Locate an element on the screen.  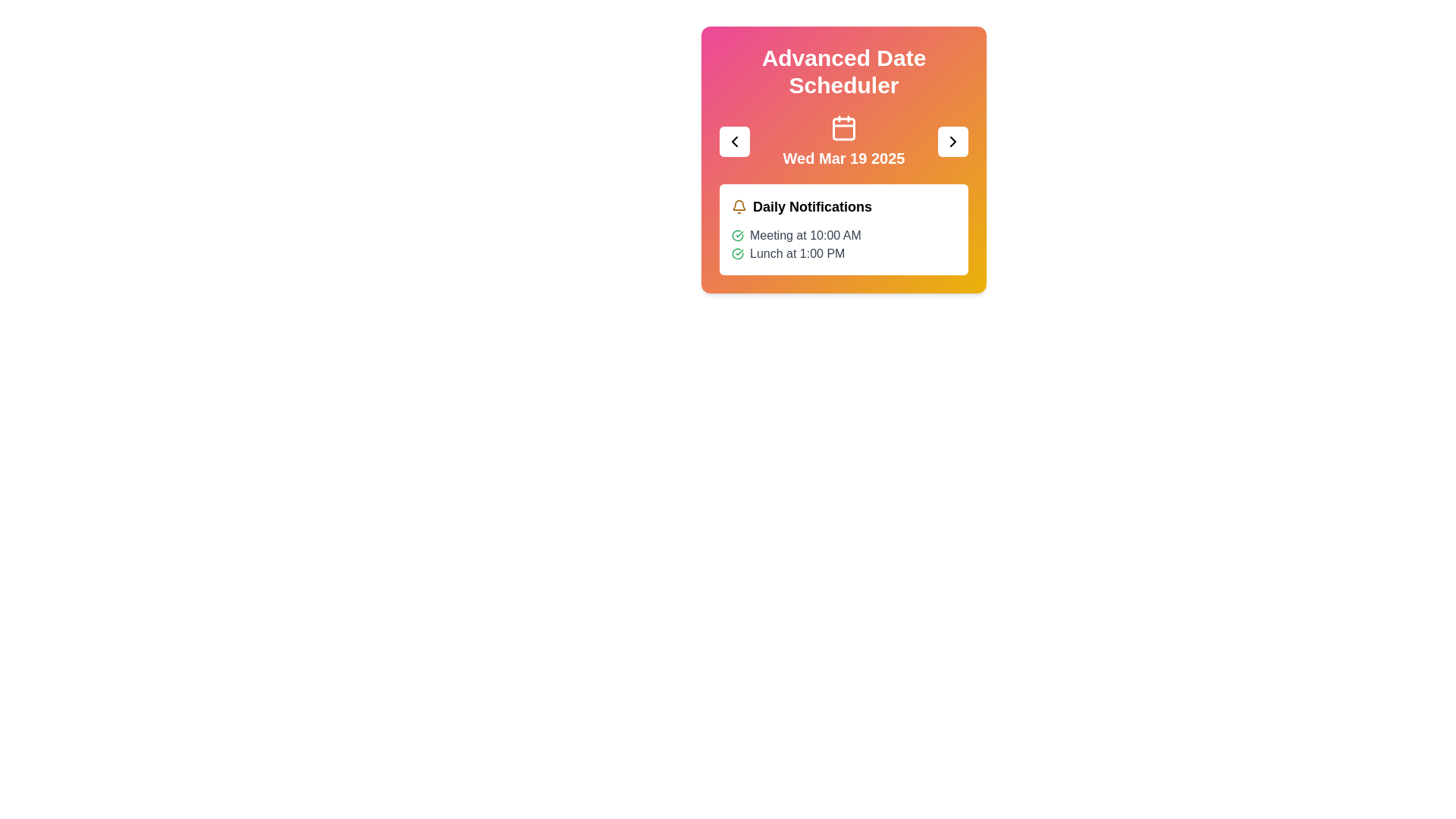
the bell icon located in the 'Daily Notifications' header section, positioned to the left of the label text is located at coordinates (739, 207).